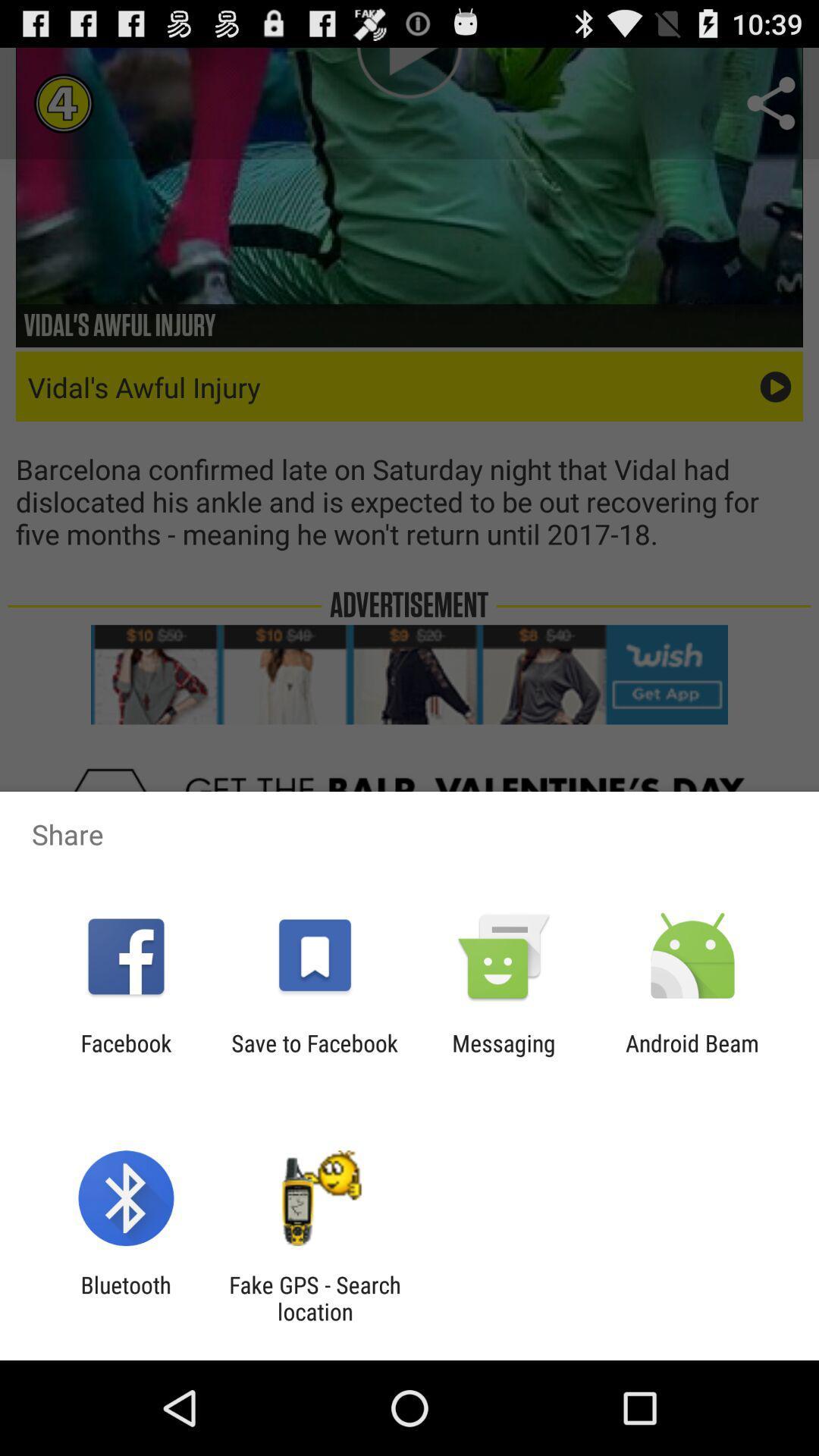  Describe the element at coordinates (692, 1056) in the screenshot. I see `item next to messaging icon` at that location.